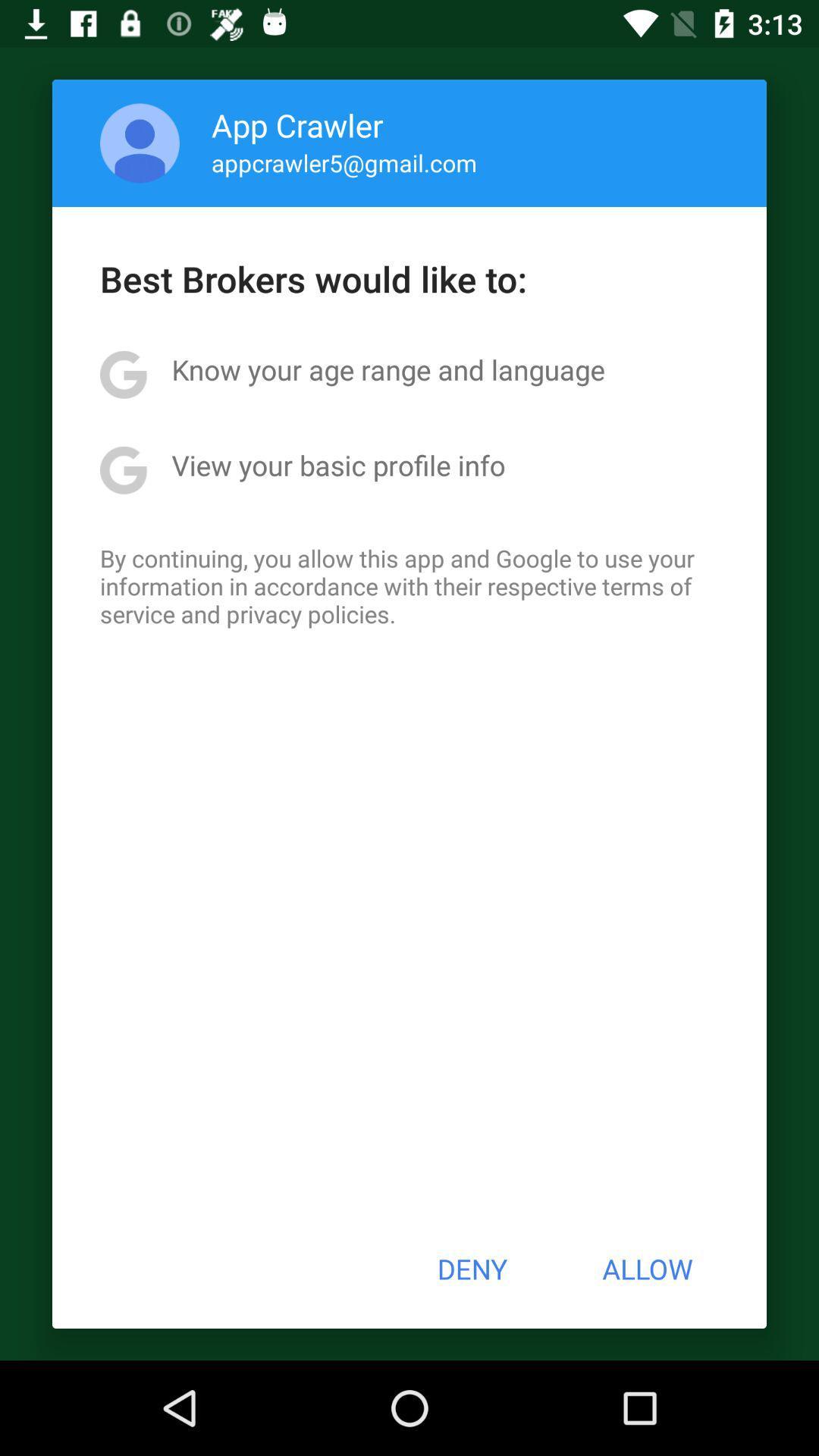 The image size is (819, 1456). What do you see at coordinates (471, 1269) in the screenshot?
I see `item to the left of allow item` at bounding box center [471, 1269].